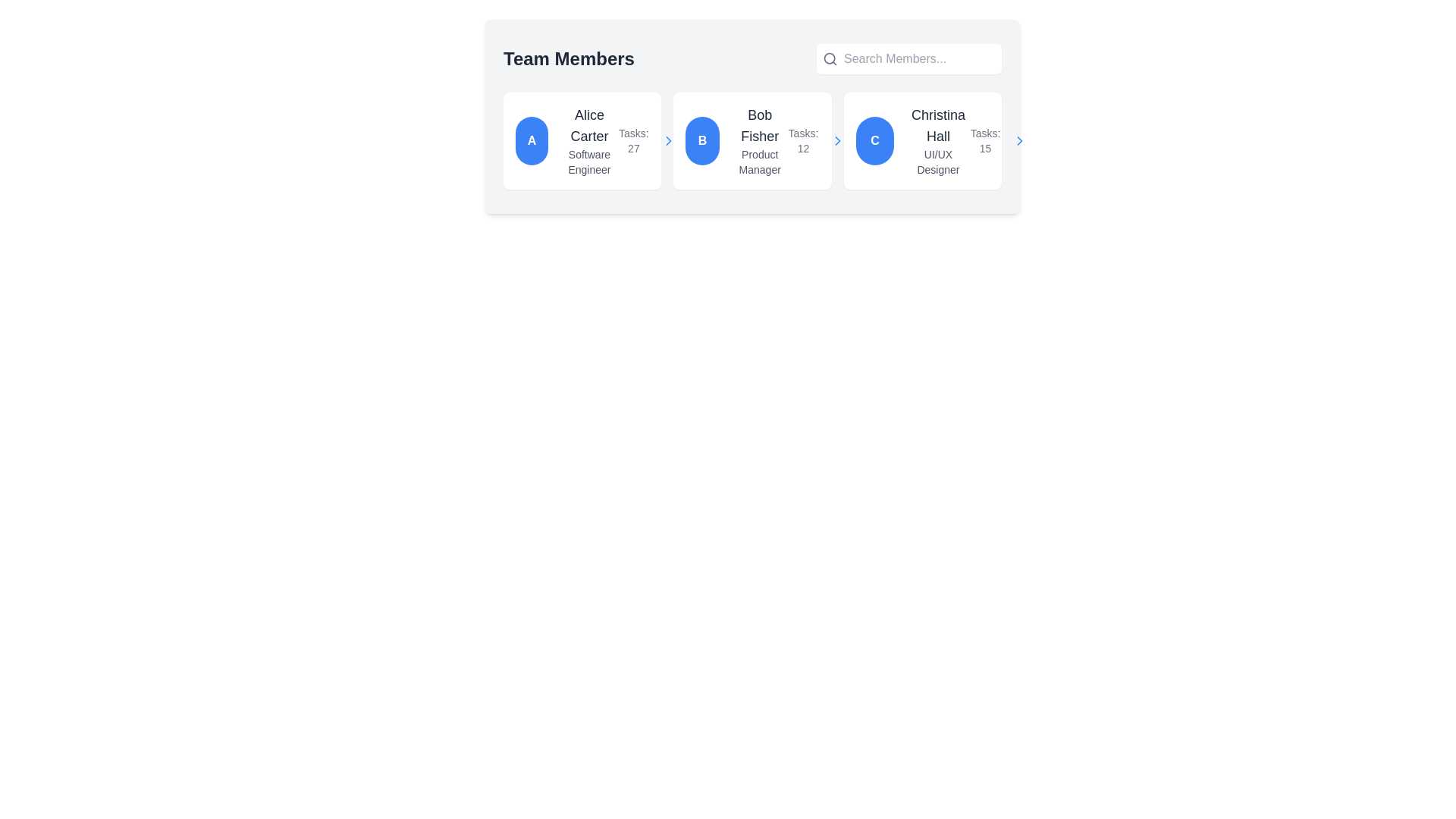 The height and width of the screenshot is (819, 1456). Describe the element at coordinates (1020, 140) in the screenshot. I see `Icon (Chevron Right) which signifies navigation or forward progression, located on the far-right side of the panel adjacent to Christina Hall's information box` at that location.